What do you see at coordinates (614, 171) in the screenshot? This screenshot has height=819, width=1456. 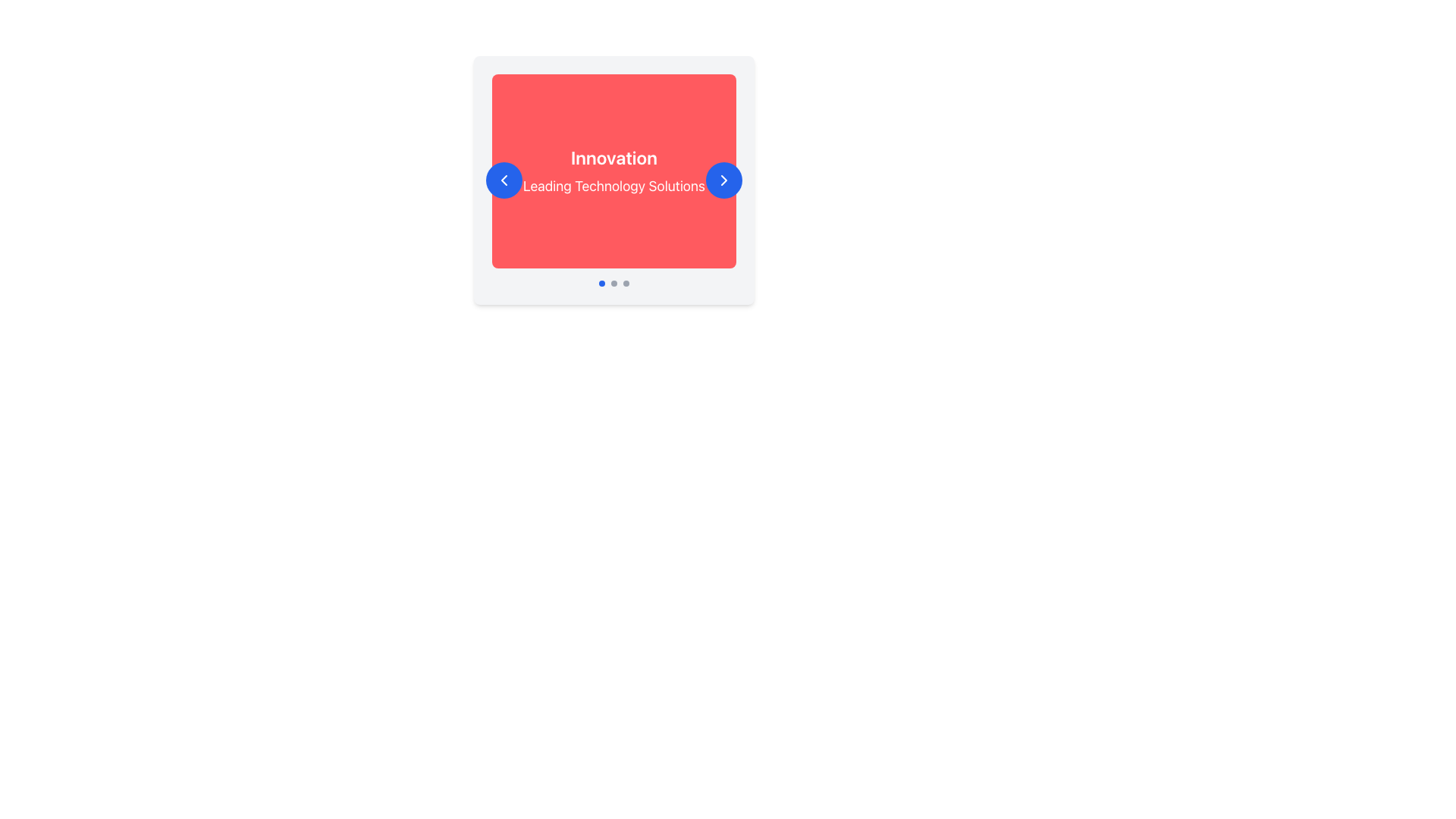 I see `the text display element that highlights 'Innovation' and 'Leading Technology Solutions'` at bounding box center [614, 171].